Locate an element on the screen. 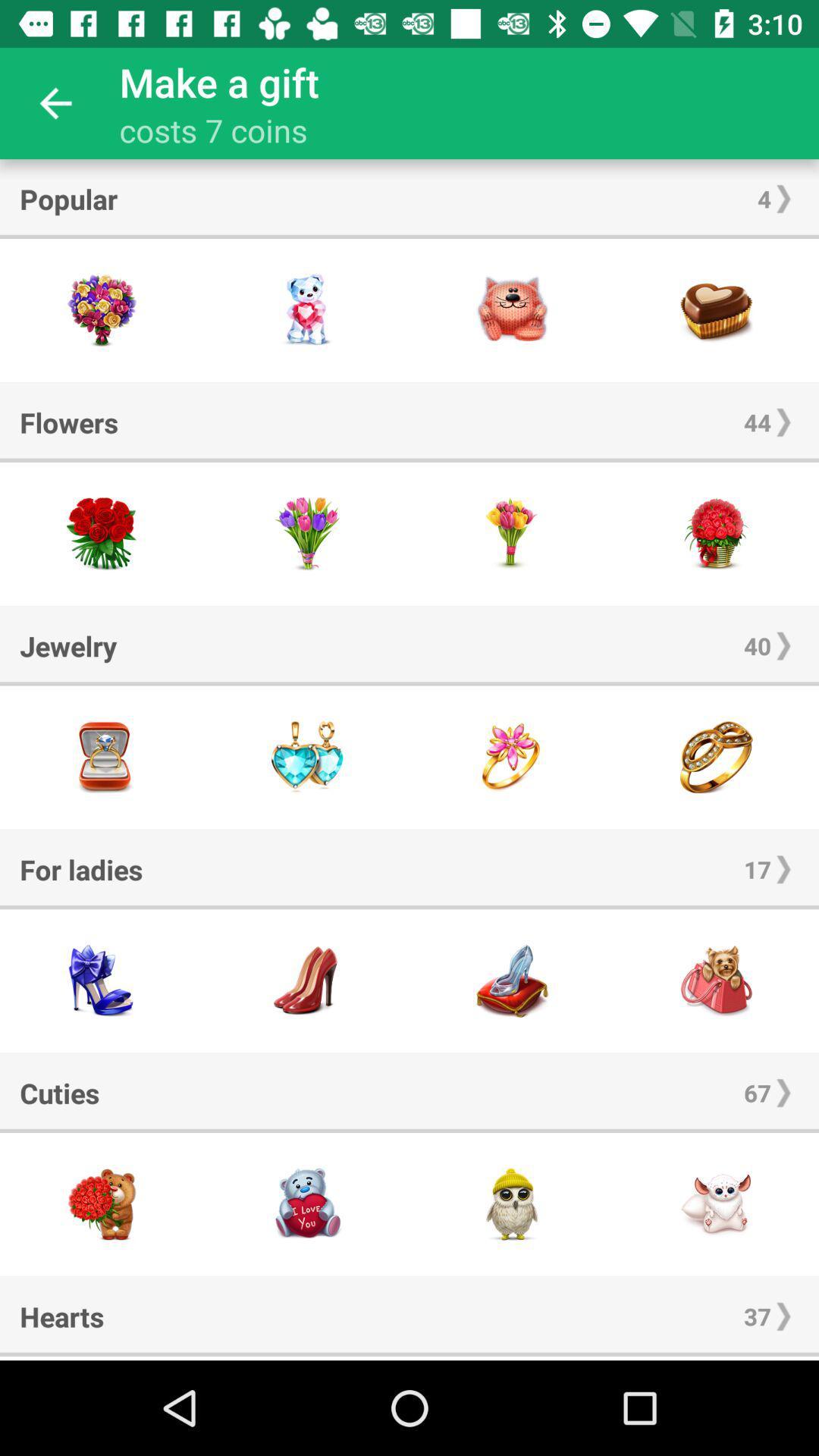  gift is located at coordinates (102, 757).